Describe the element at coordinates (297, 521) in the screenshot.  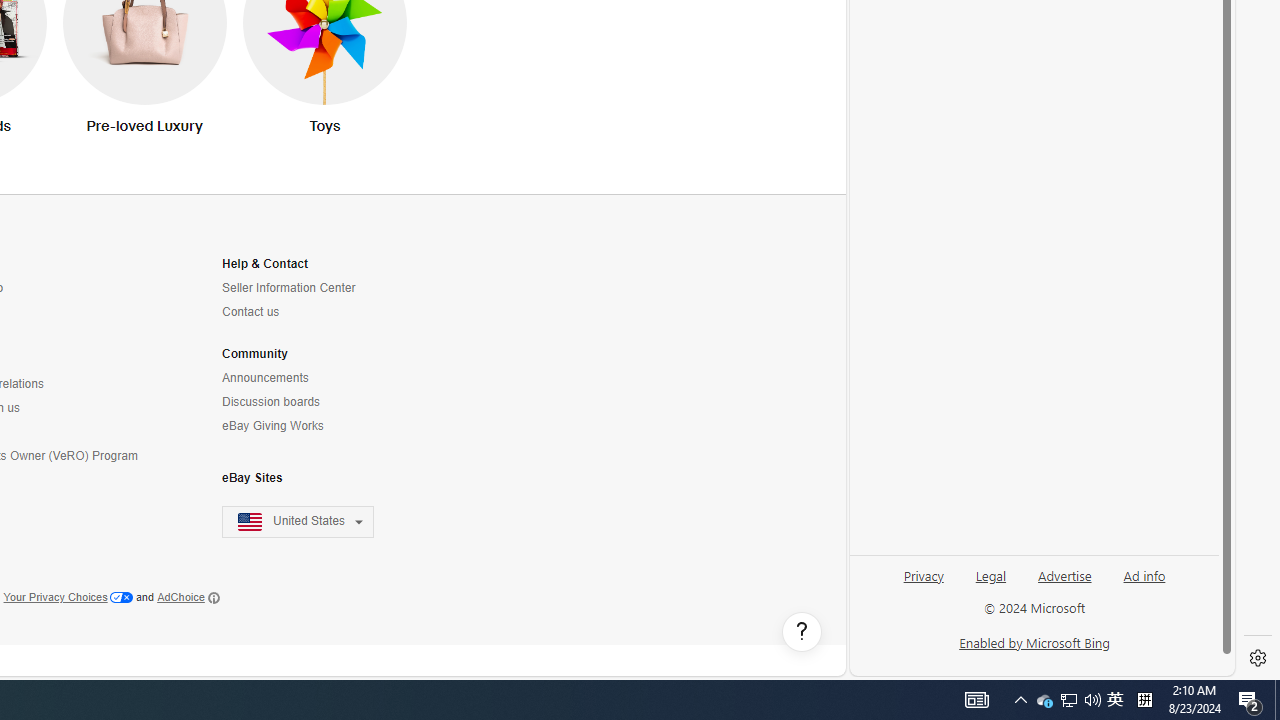
I see `'eBay sites,United States'` at that location.